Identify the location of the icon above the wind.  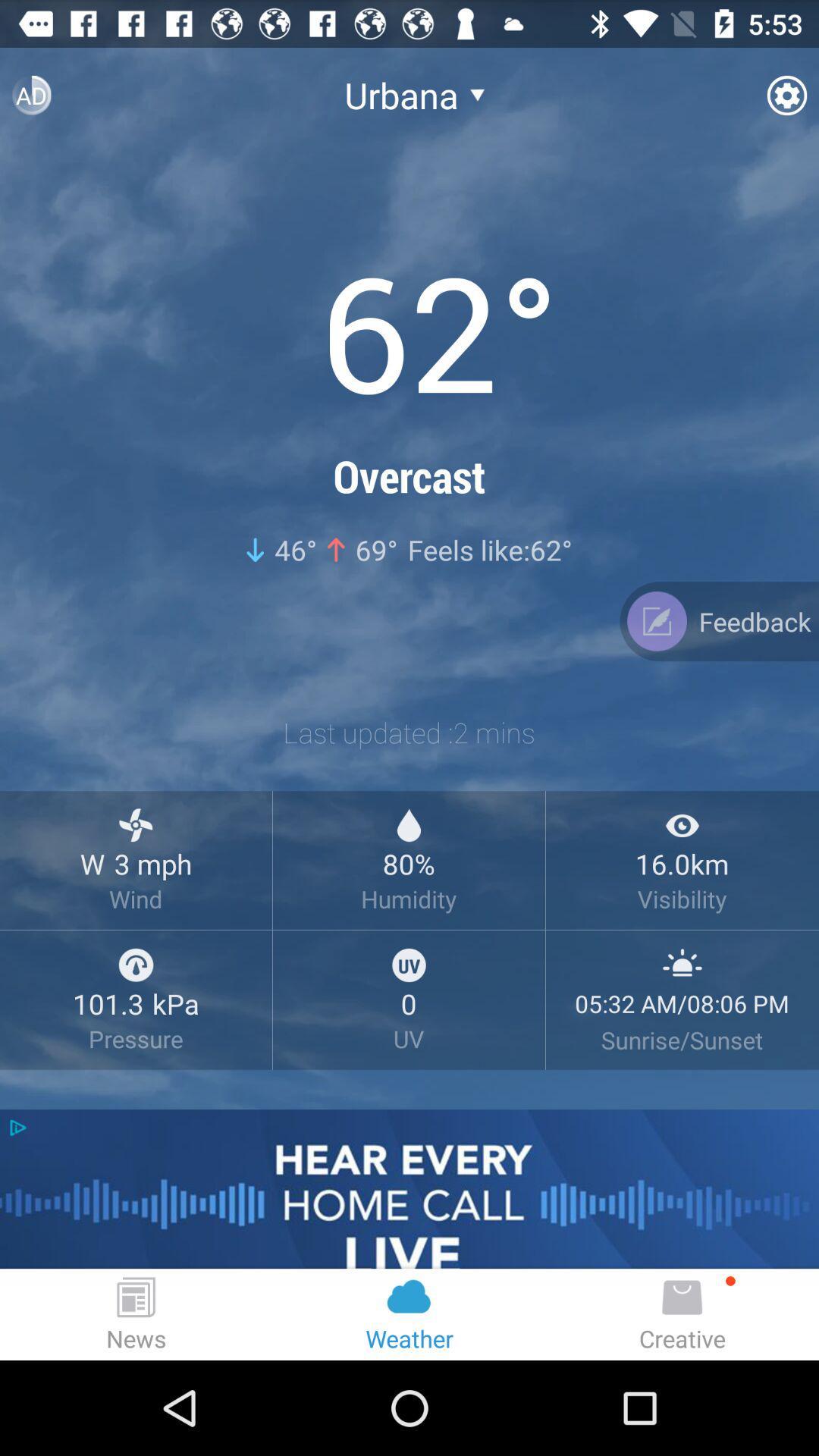
(135, 824).